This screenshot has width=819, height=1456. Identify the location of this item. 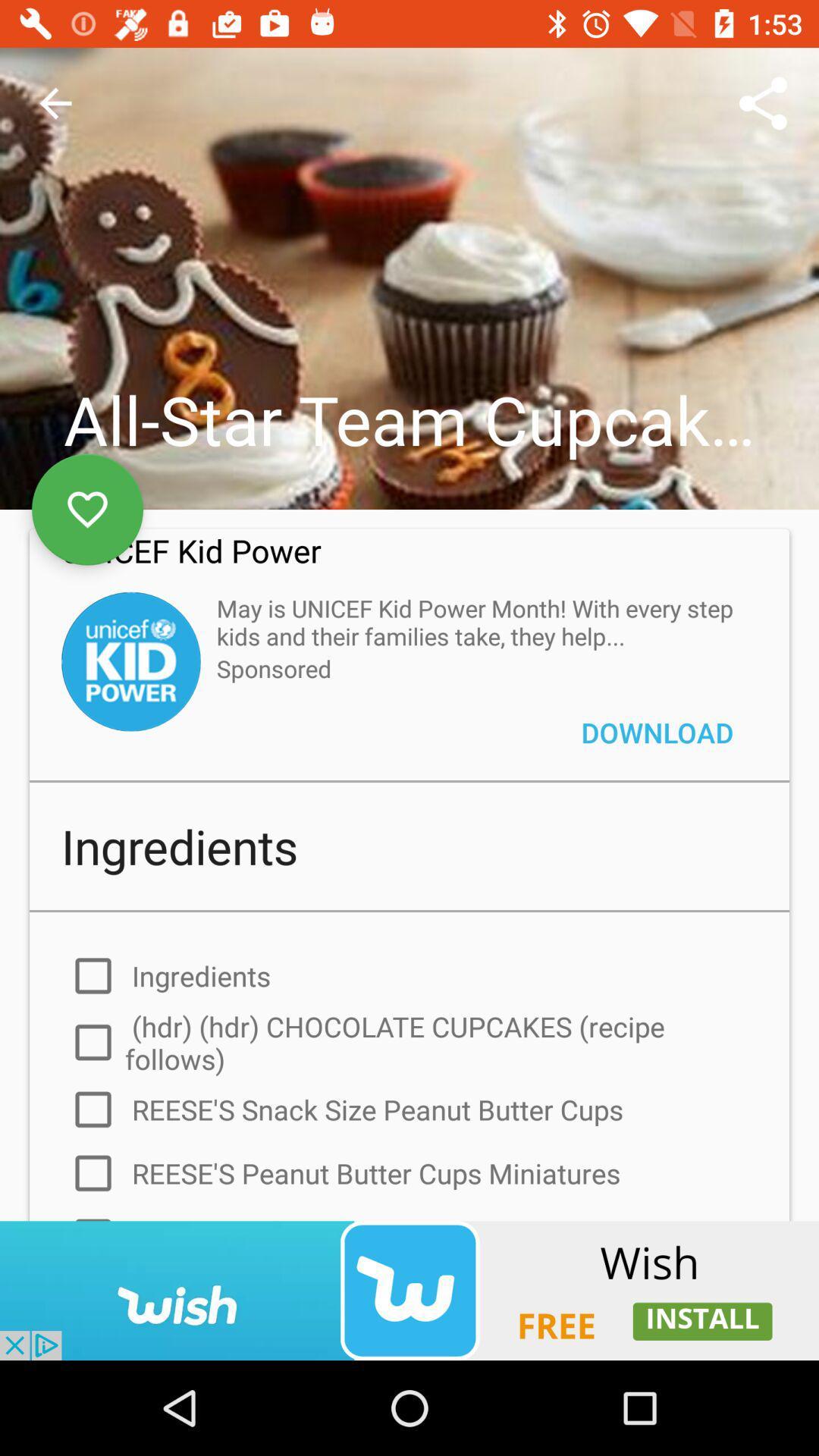
(87, 510).